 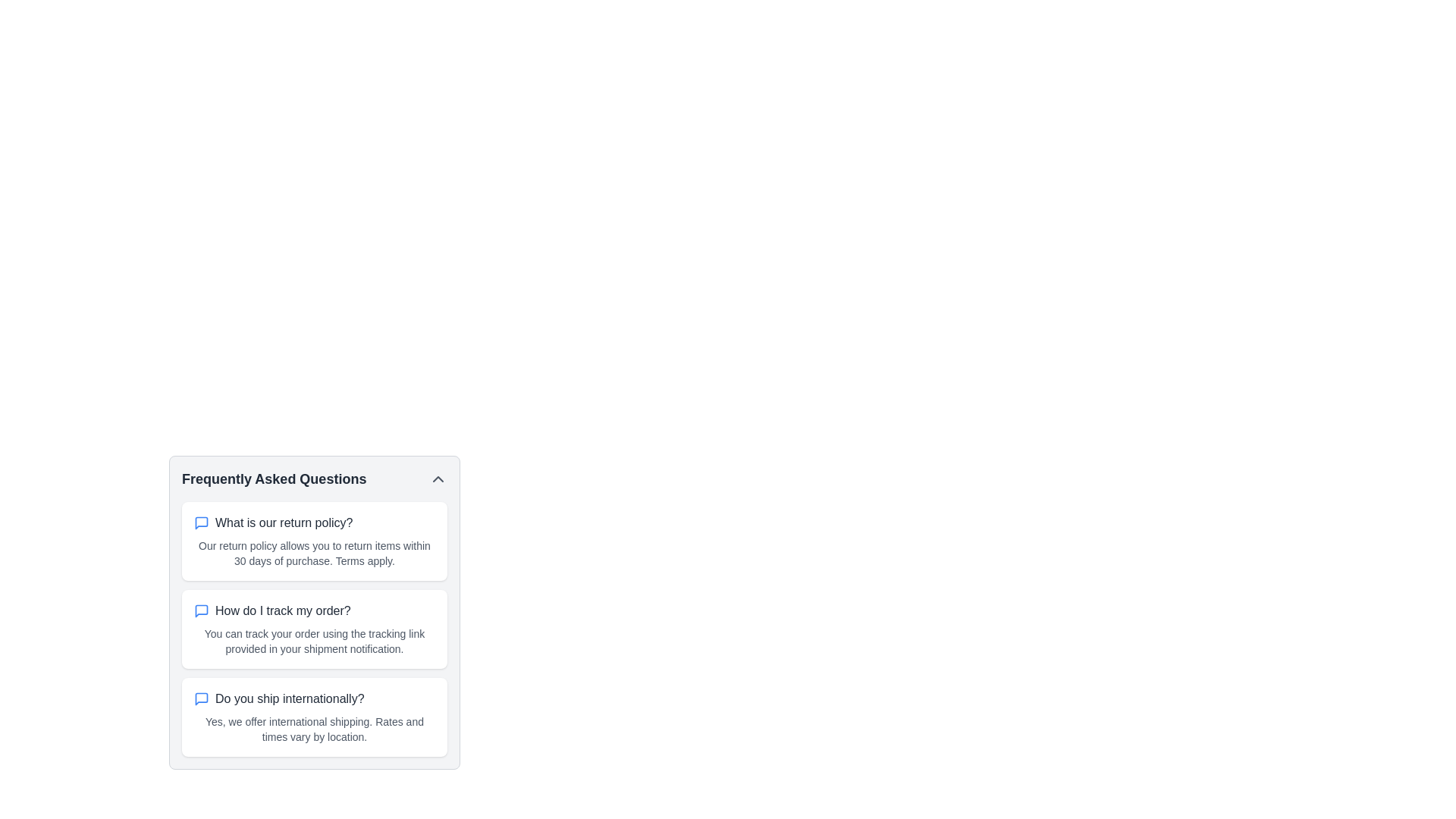 I want to click on the small blue speech bubble icon located to the left of the text 'What is our return policy?' in the Frequently Asked Questions section, so click(x=200, y=522).